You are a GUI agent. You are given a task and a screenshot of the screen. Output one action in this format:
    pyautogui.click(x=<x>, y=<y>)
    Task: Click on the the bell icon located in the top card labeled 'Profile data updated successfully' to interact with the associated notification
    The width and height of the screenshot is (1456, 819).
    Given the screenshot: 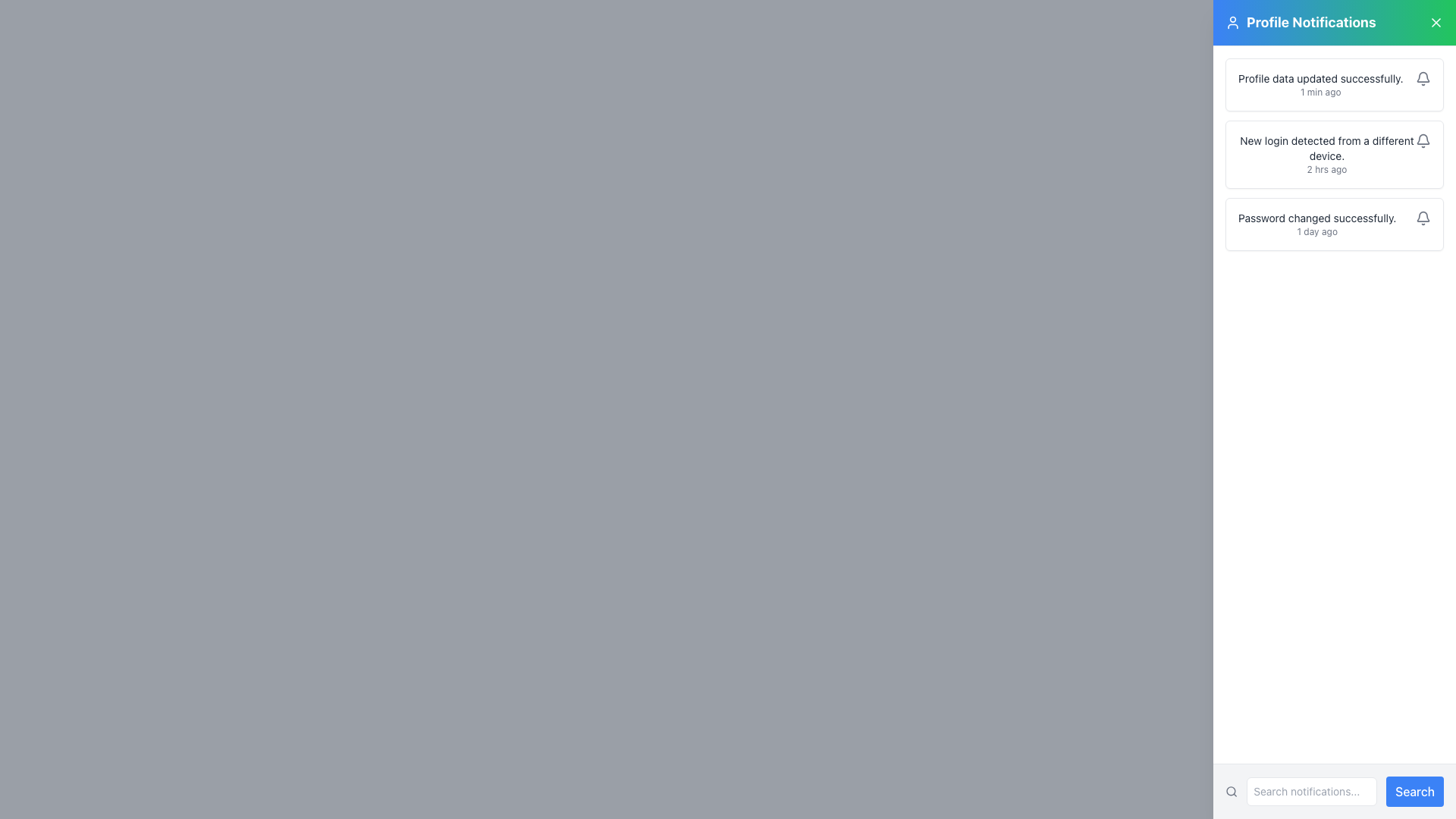 What is the action you would take?
    pyautogui.click(x=1422, y=79)
    